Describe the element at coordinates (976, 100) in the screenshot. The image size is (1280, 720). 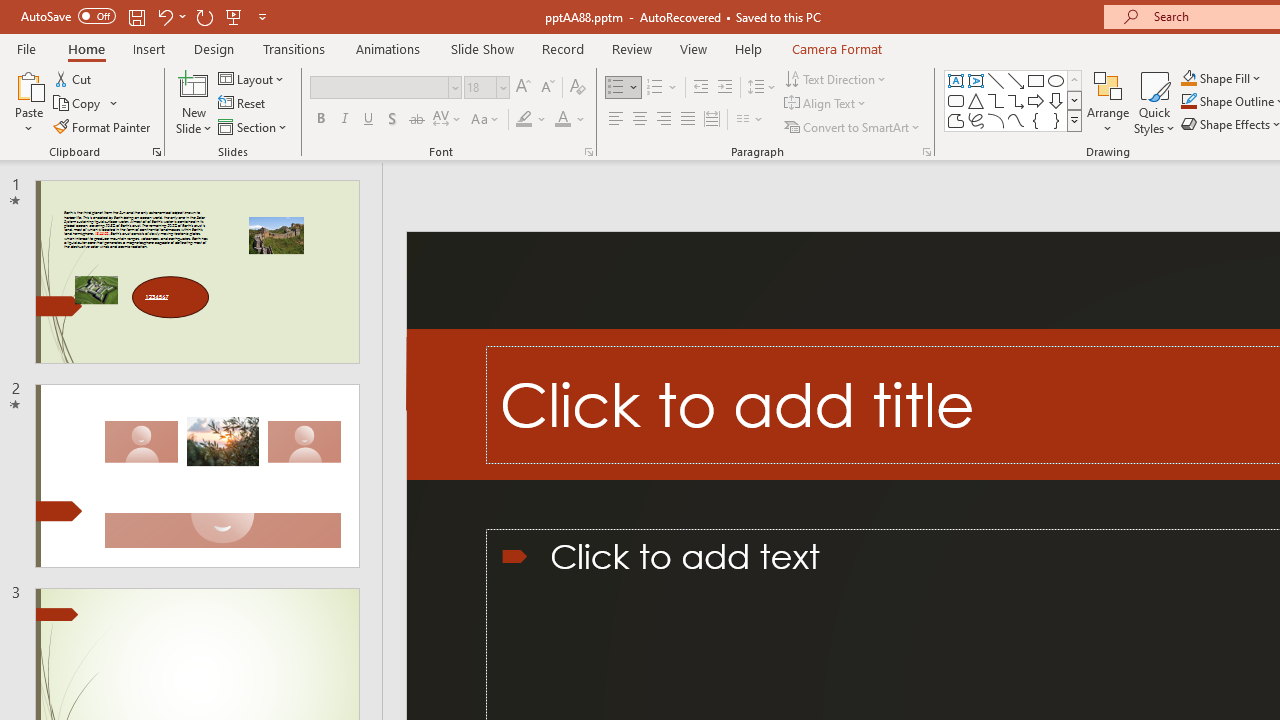
I see `'Isosceles Triangle'` at that location.